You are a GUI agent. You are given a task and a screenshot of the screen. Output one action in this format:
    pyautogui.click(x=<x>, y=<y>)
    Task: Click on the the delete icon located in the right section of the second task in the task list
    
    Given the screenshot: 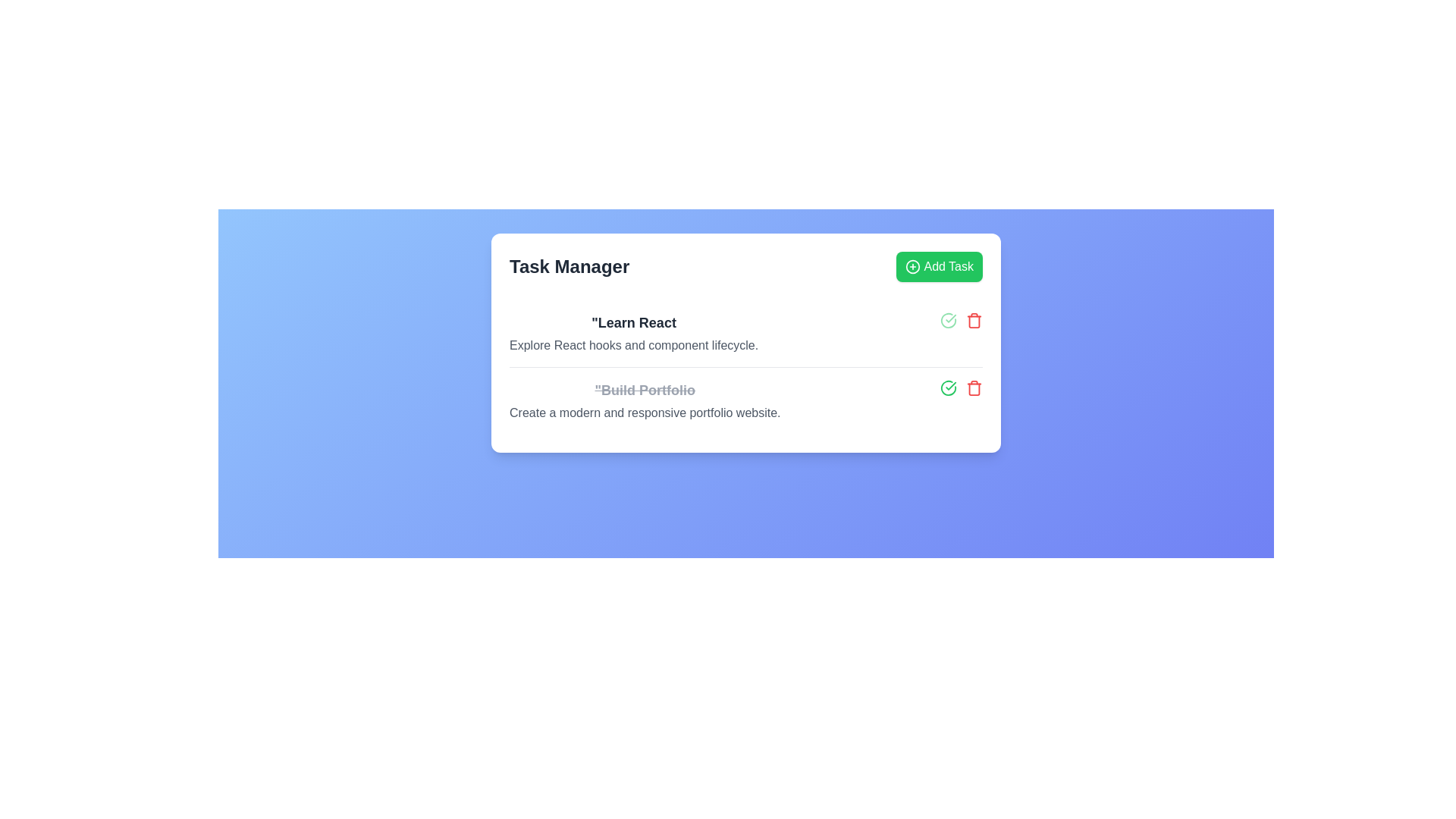 What is the action you would take?
    pyautogui.click(x=974, y=321)
    